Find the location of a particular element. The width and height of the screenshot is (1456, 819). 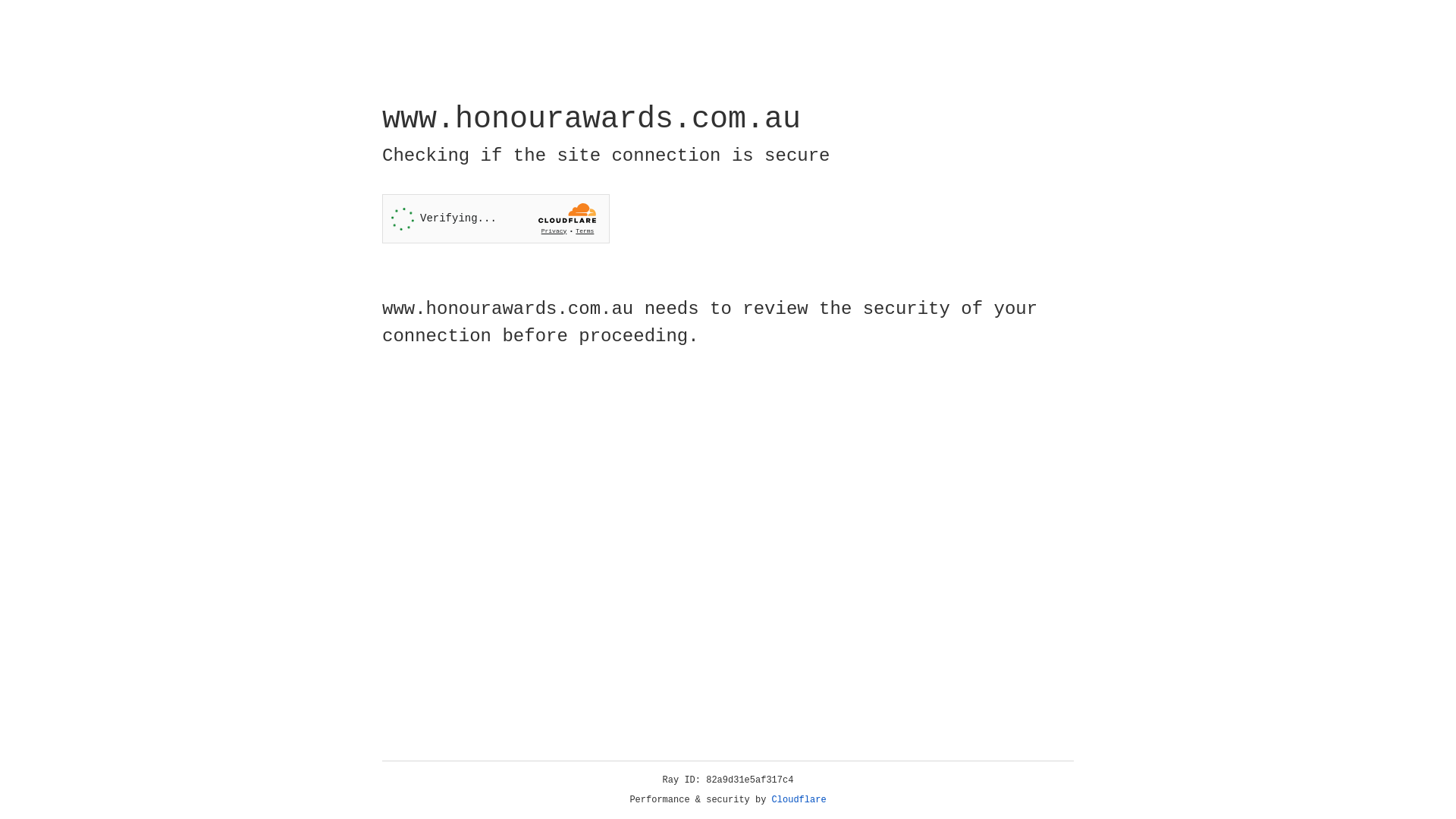

'Cloudflare' is located at coordinates (799, 799).